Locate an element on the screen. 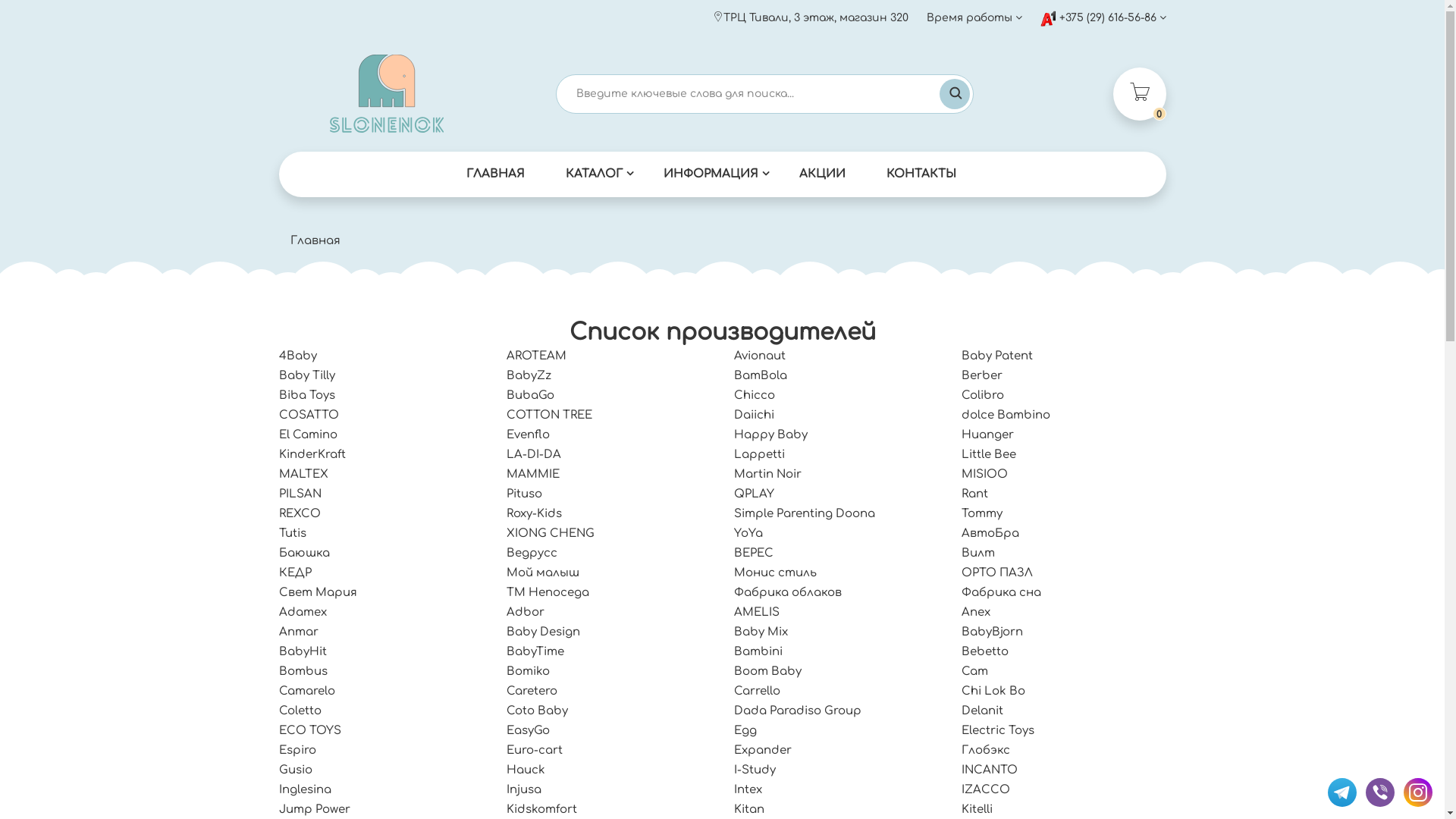  'Bambini' is located at coordinates (758, 651).